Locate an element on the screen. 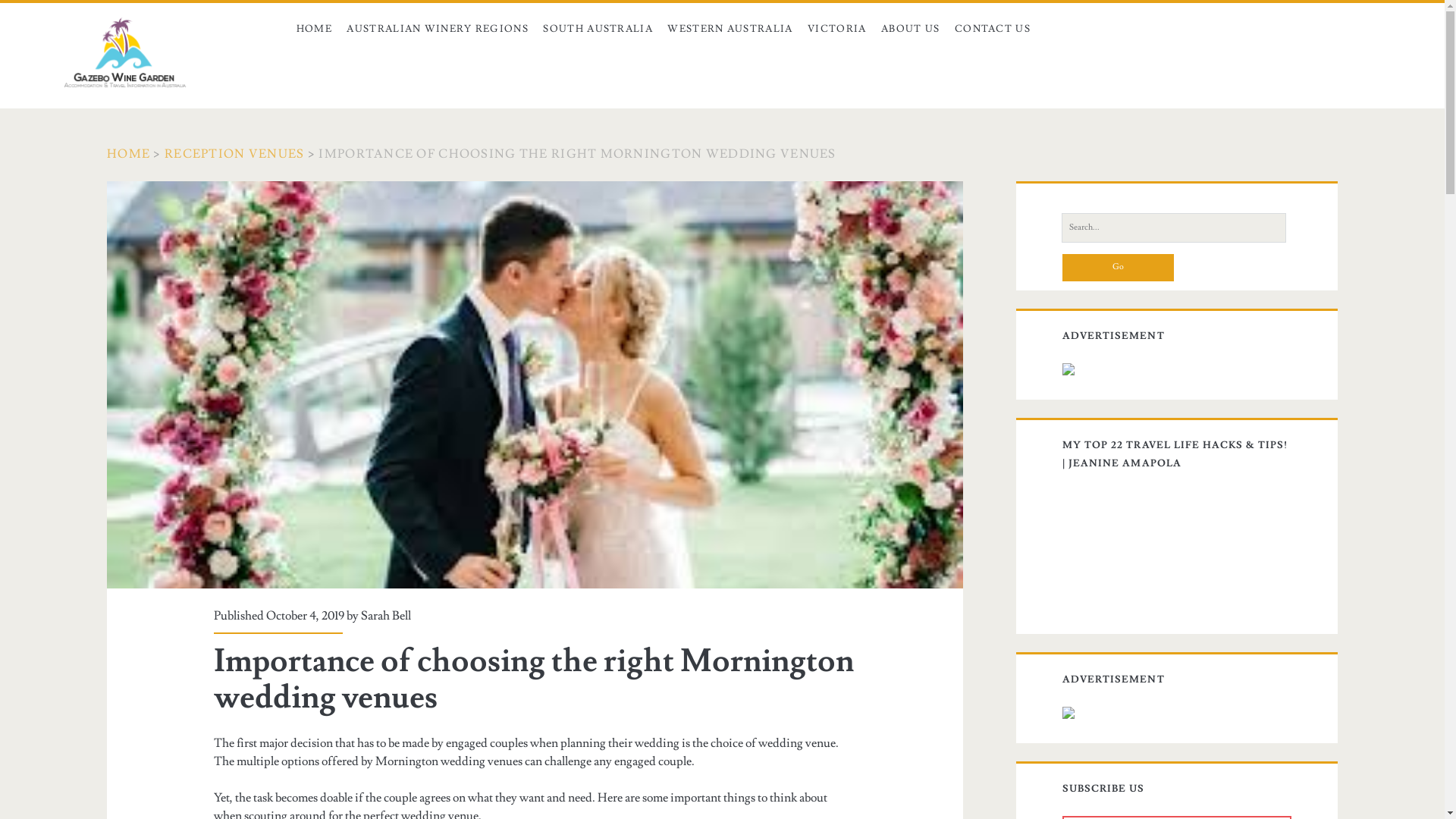 This screenshot has height=819, width=1456. 'RECEPTION VENUES' is located at coordinates (233, 154).